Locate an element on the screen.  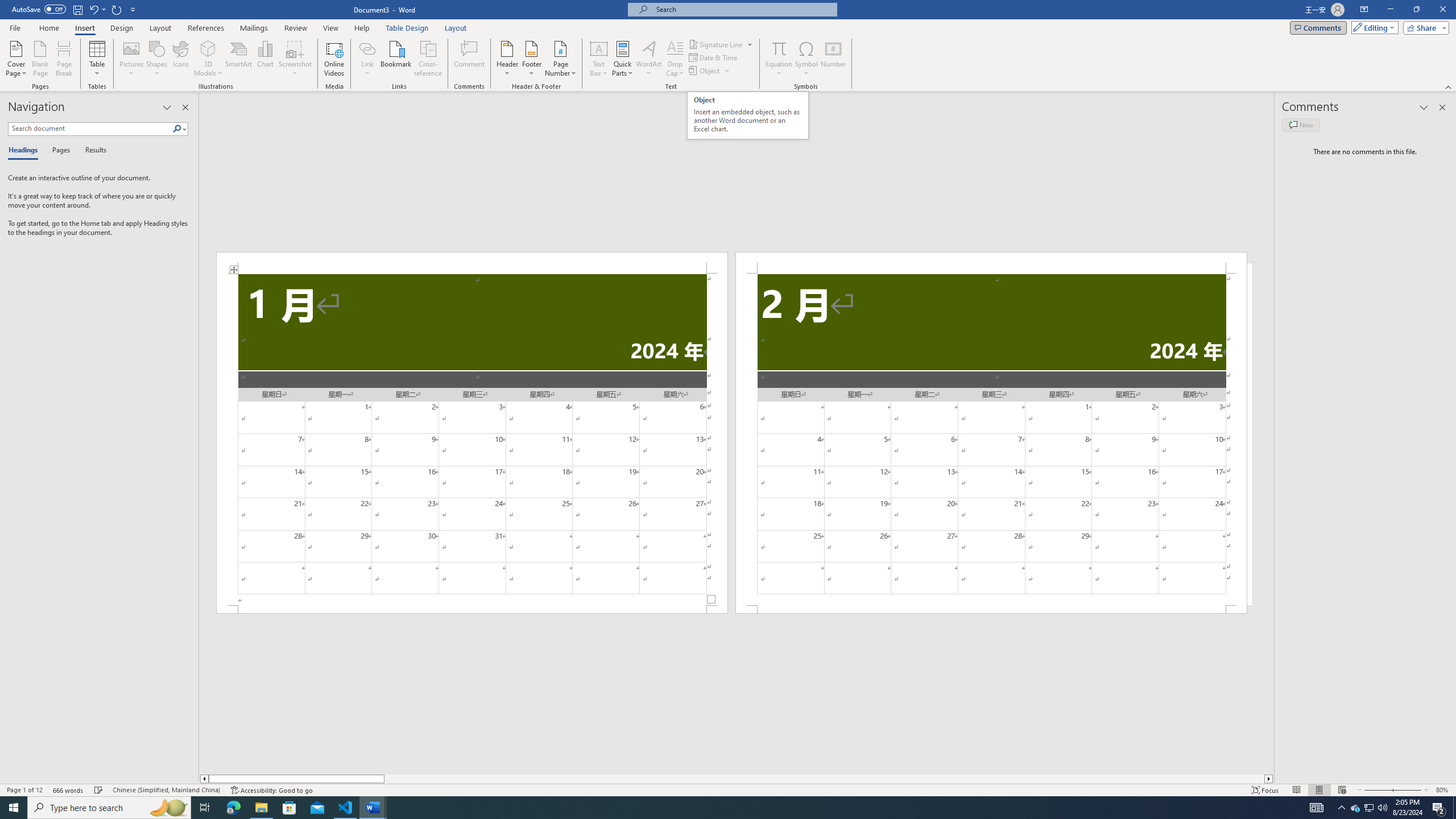
'Footer -Section 2-' is located at coordinates (991, 609).